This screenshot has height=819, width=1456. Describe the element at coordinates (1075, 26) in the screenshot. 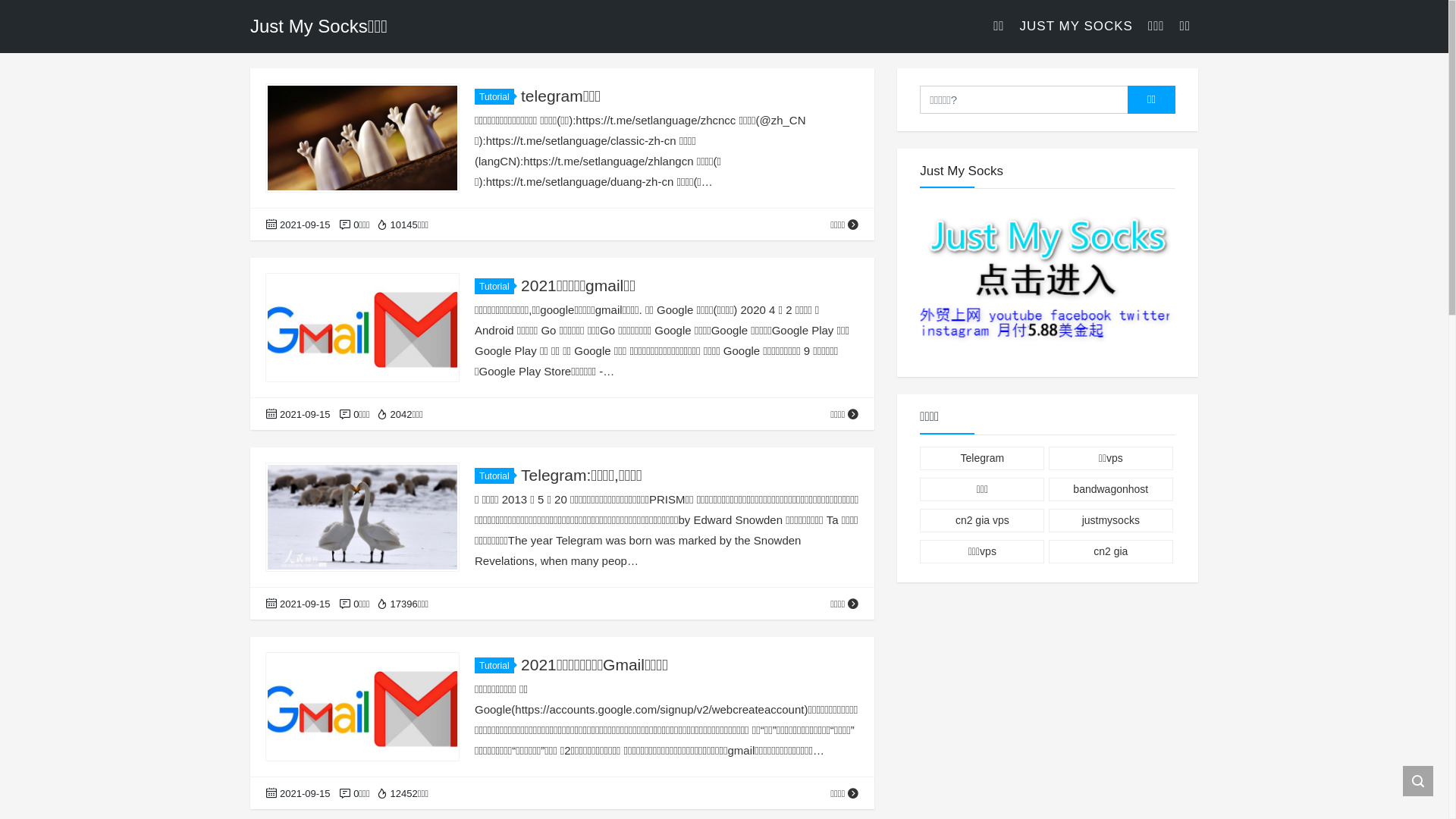

I see `'JUST MY SOCKS'` at that location.